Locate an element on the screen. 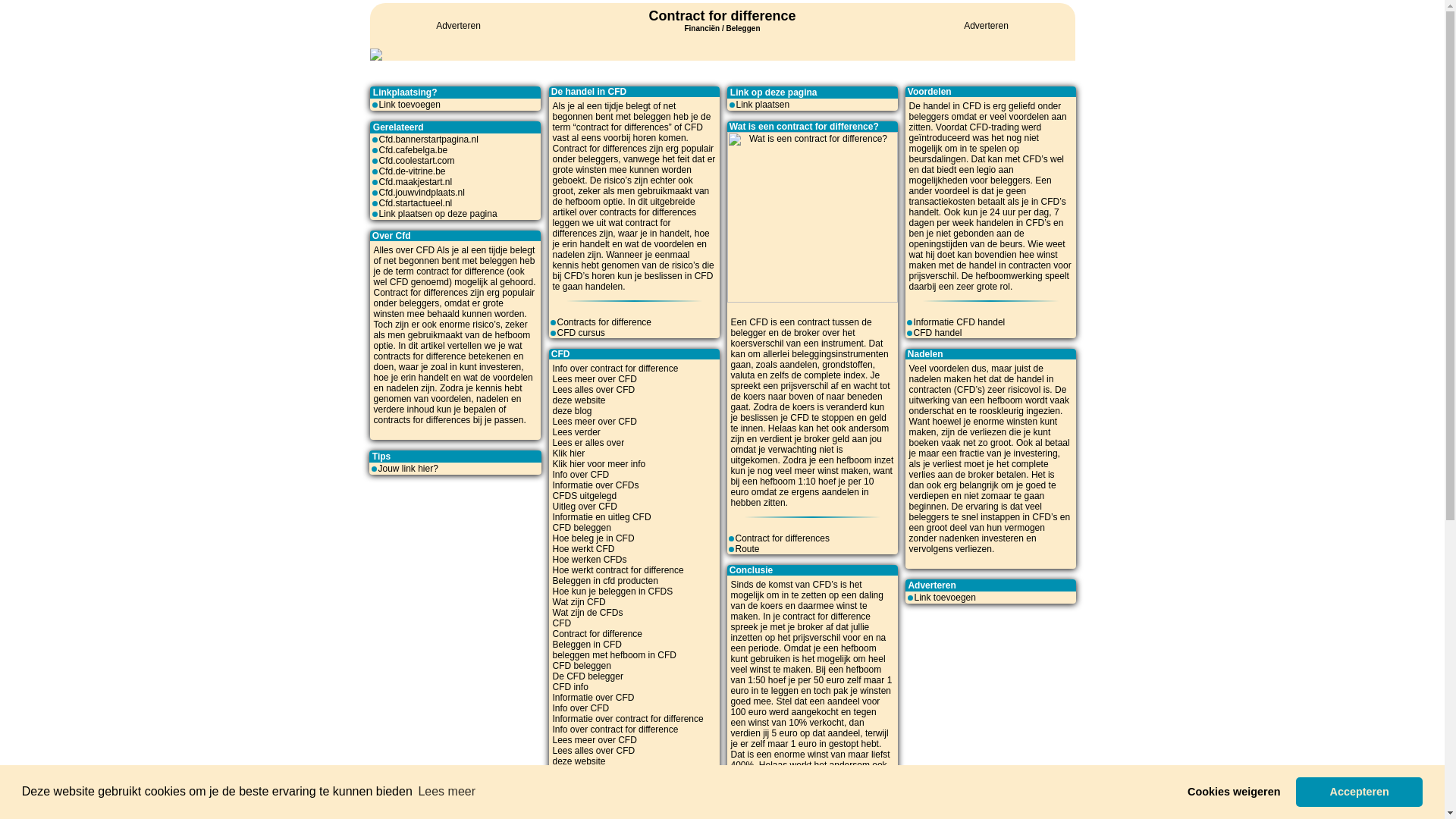 The image size is (1456, 819). 'CFD handel' is located at coordinates (912, 332).